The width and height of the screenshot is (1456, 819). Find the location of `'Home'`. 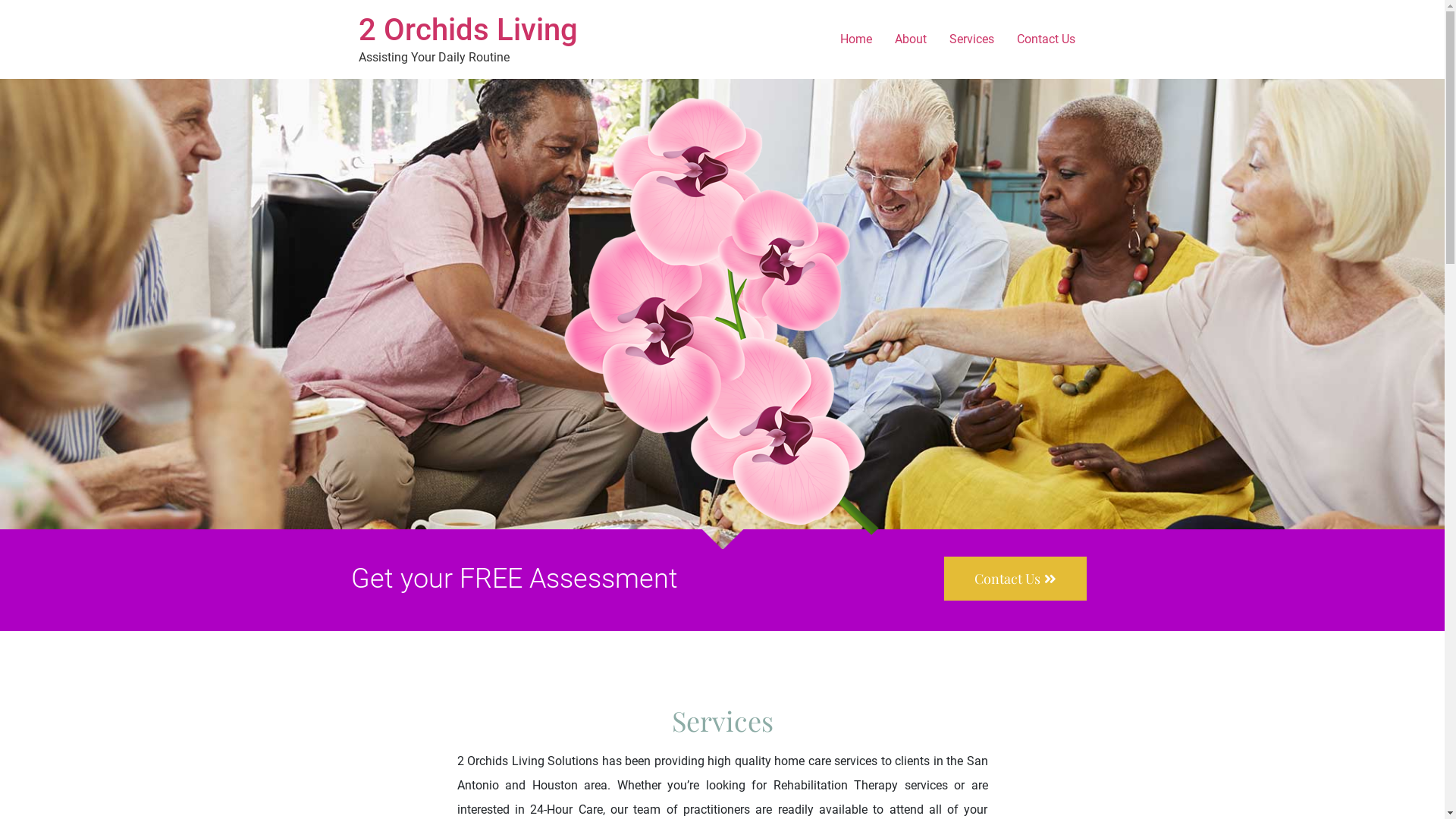

'Home' is located at coordinates (855, 38).